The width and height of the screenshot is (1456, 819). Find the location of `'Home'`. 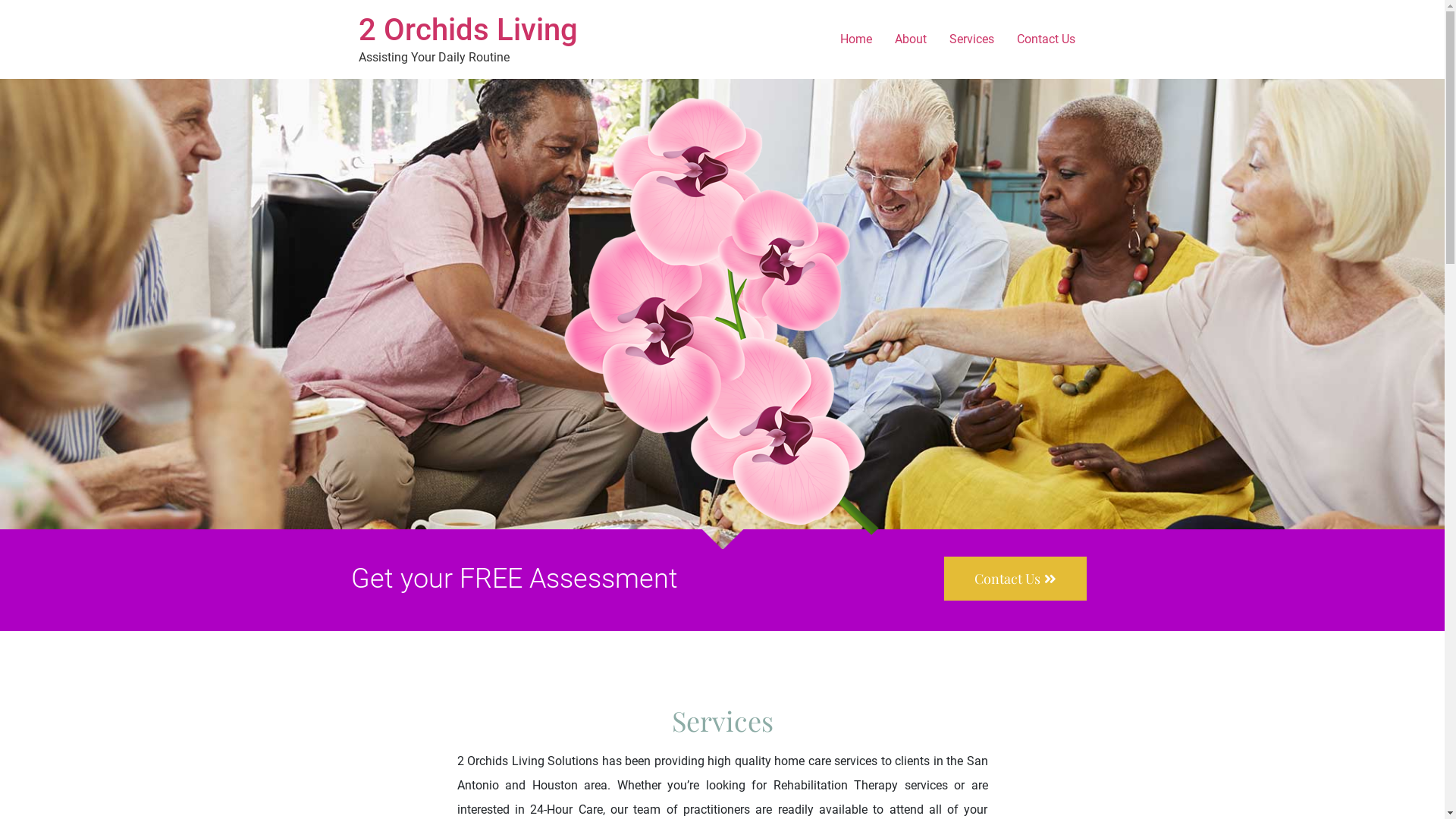

'Home' is located at coordinates (855, 38).